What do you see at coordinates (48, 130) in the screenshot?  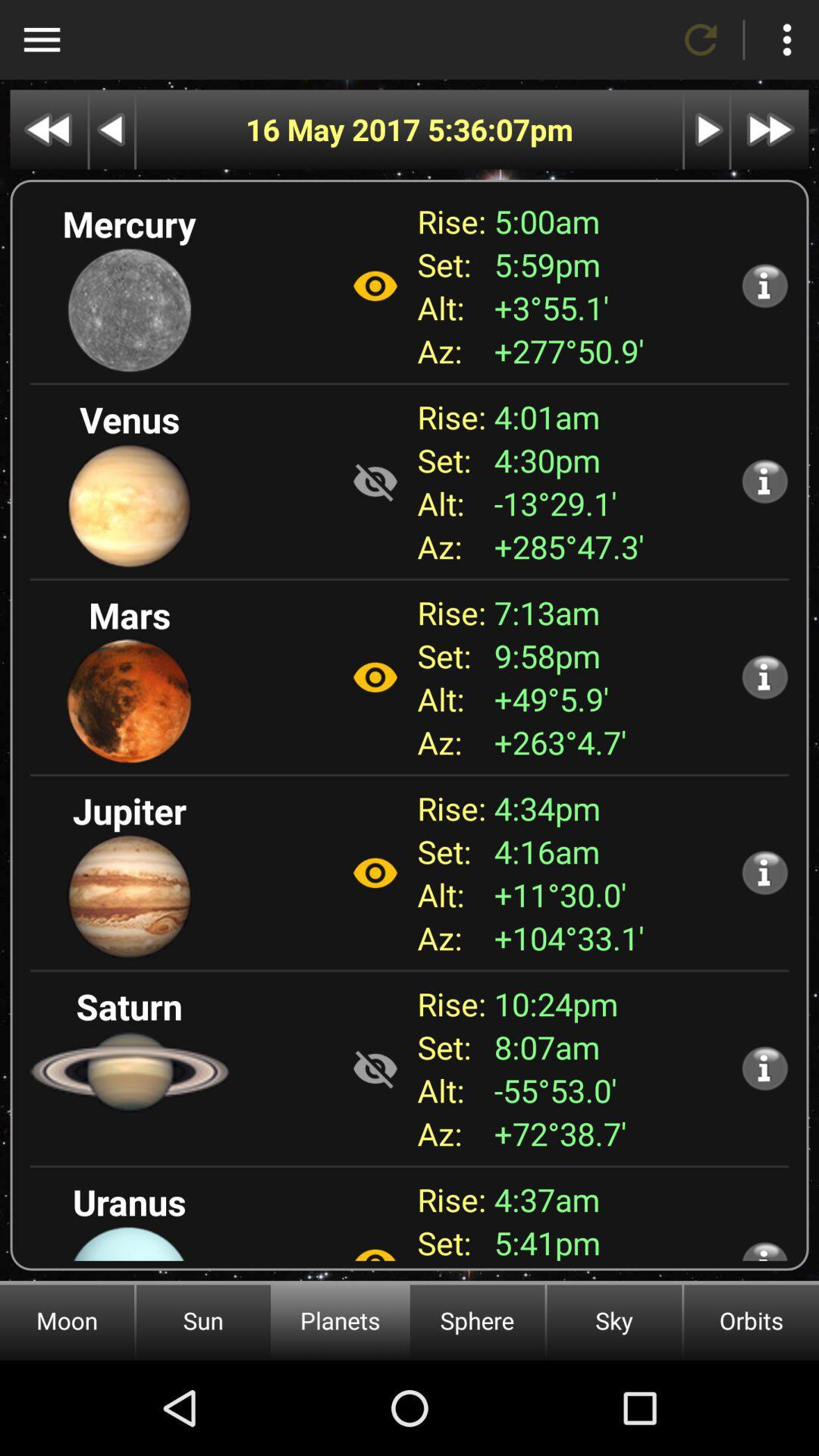 I see `the av_rewind icon` at bounding box center [48, 130].